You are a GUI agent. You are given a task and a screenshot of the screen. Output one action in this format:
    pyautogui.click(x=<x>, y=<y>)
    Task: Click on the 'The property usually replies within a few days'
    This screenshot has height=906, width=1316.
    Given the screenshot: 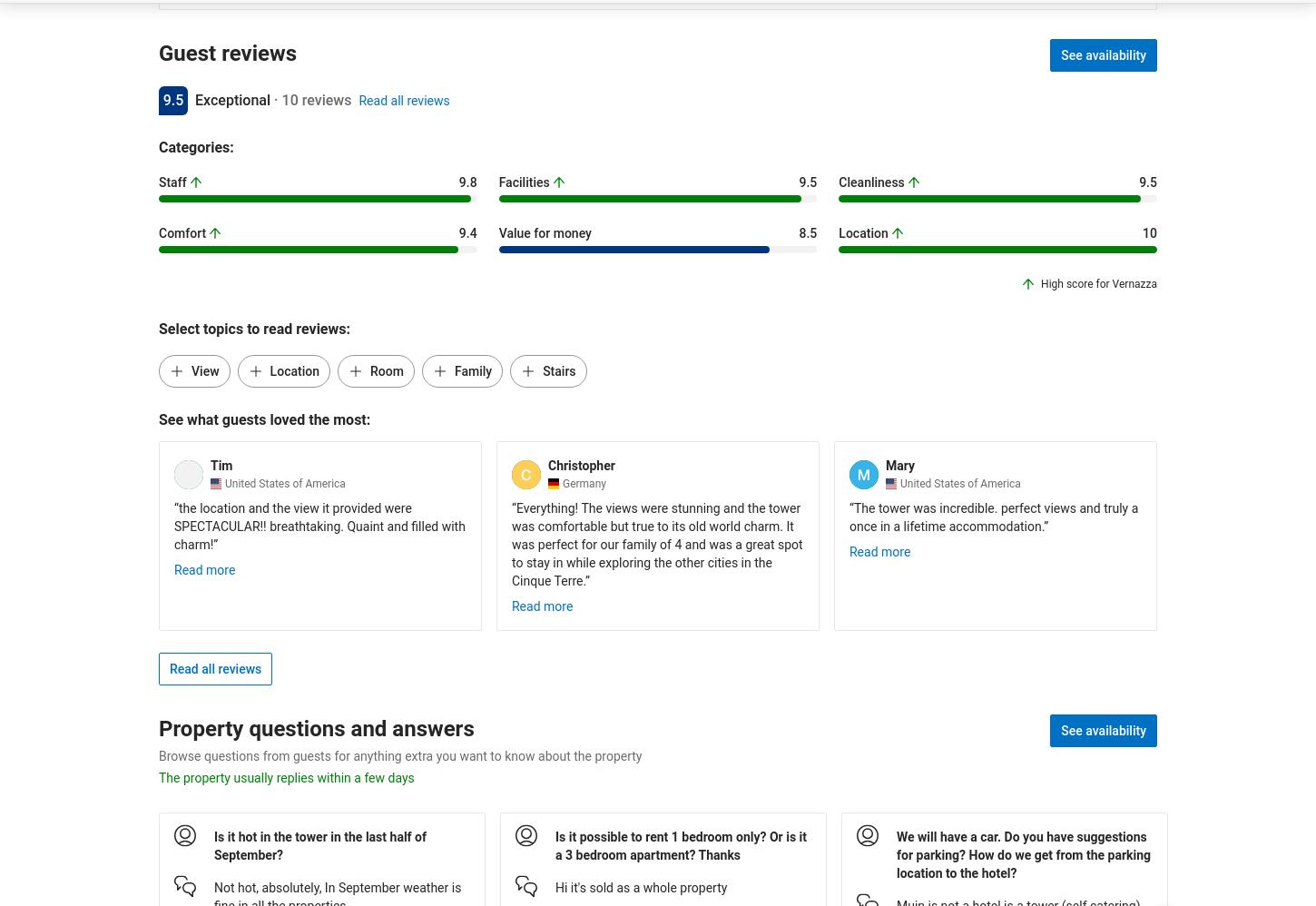 What is the action you would take?
    pyautogui.click(x=286, y=776)
    